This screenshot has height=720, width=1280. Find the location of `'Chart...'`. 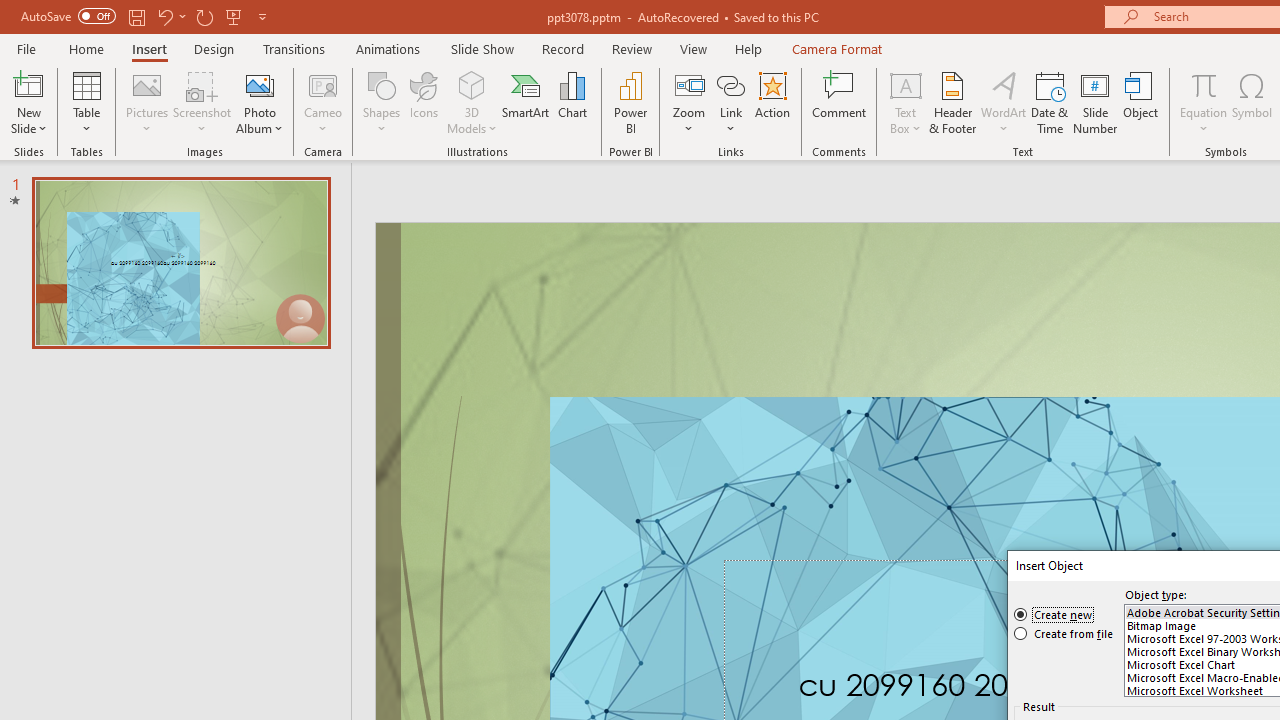

'Chart...' is located at coordinates (571, 103).